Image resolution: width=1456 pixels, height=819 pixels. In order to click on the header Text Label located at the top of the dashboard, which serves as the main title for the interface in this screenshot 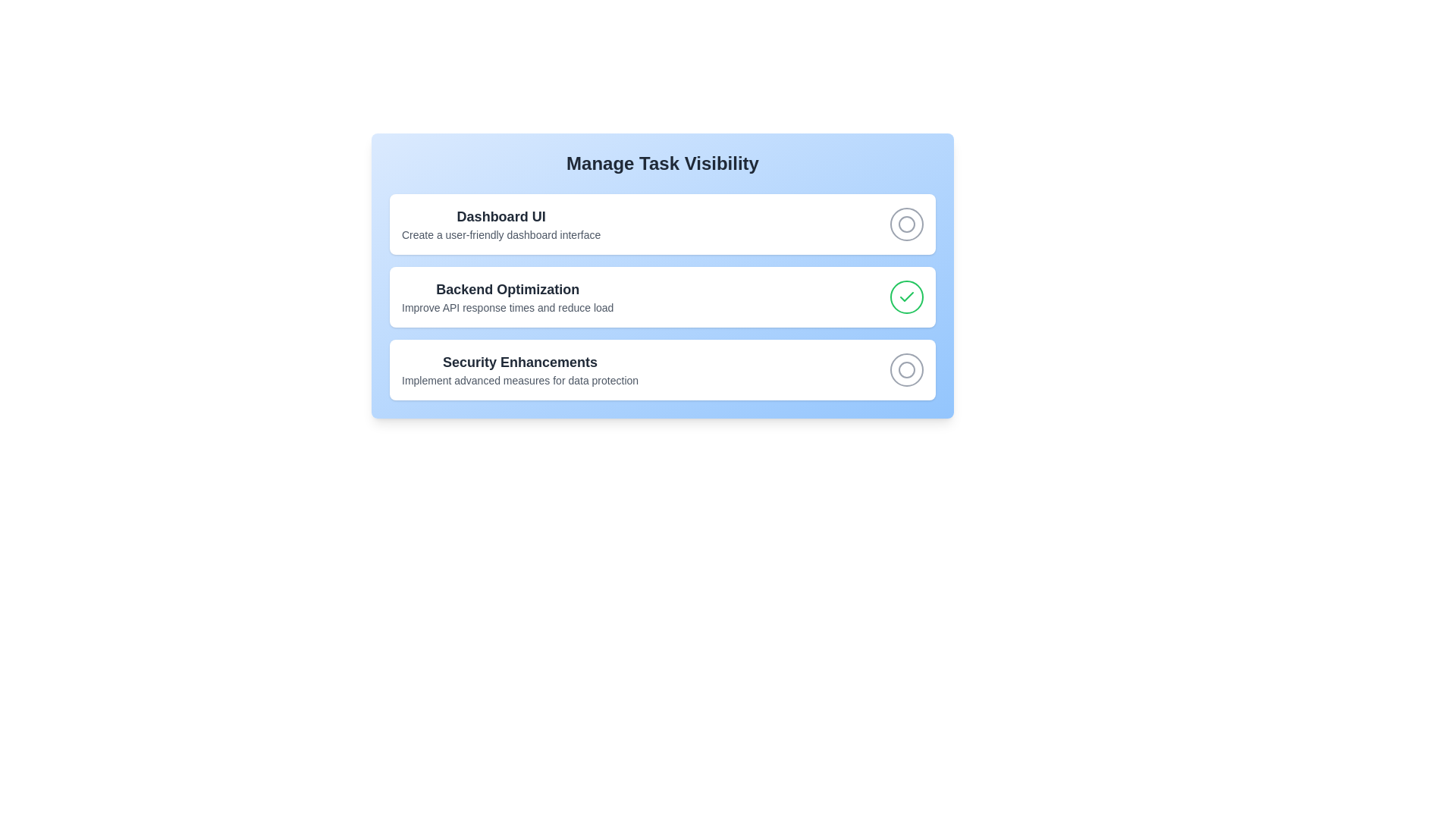, I will do `click(662, 164)`.